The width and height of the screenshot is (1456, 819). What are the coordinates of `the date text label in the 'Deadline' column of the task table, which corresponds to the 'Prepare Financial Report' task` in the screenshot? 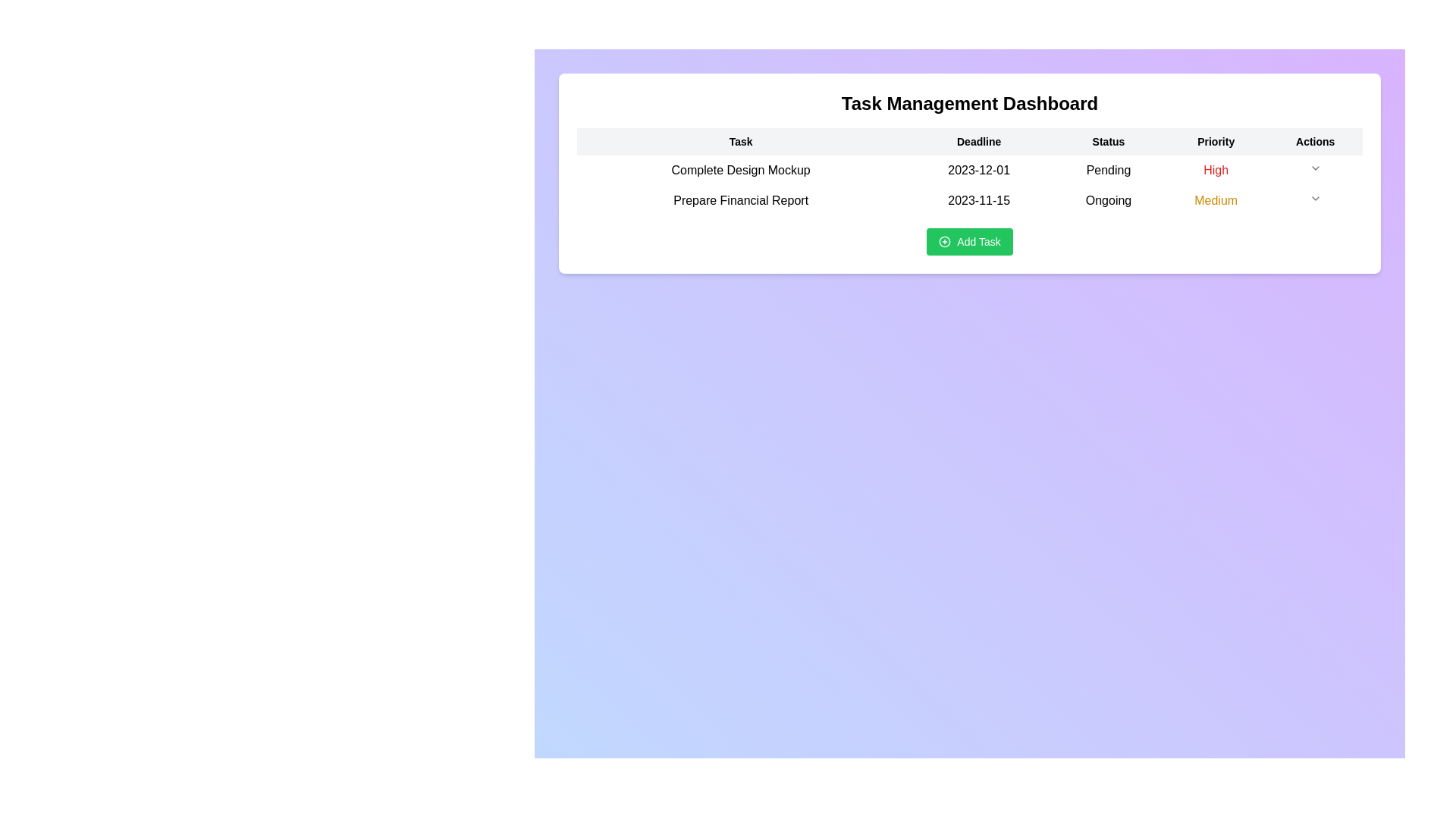 It's located at (979, 200).